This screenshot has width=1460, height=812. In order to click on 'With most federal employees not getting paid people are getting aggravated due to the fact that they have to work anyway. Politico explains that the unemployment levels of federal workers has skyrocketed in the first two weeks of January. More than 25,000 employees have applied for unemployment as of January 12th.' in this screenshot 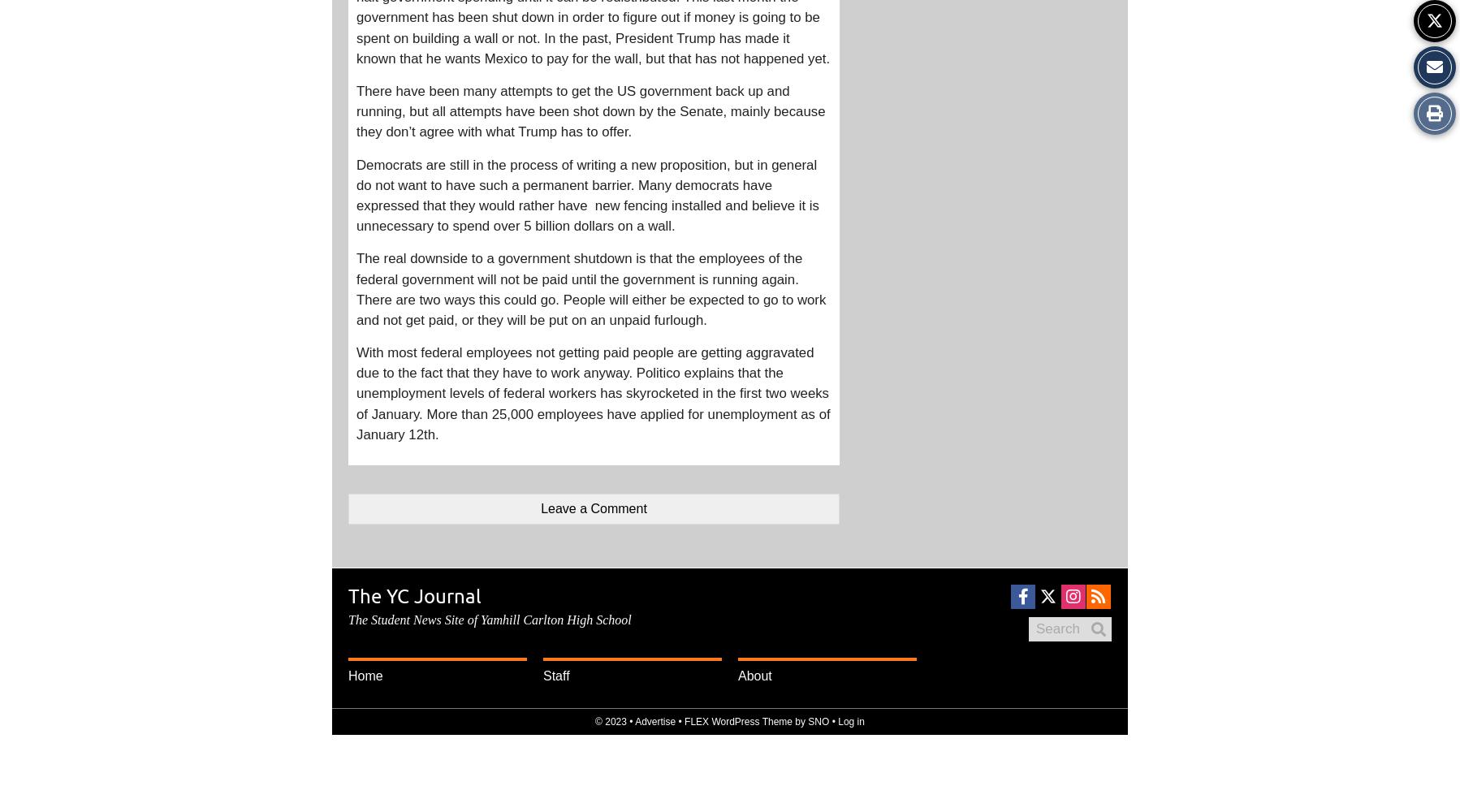, I will do `click(592, 392)`.